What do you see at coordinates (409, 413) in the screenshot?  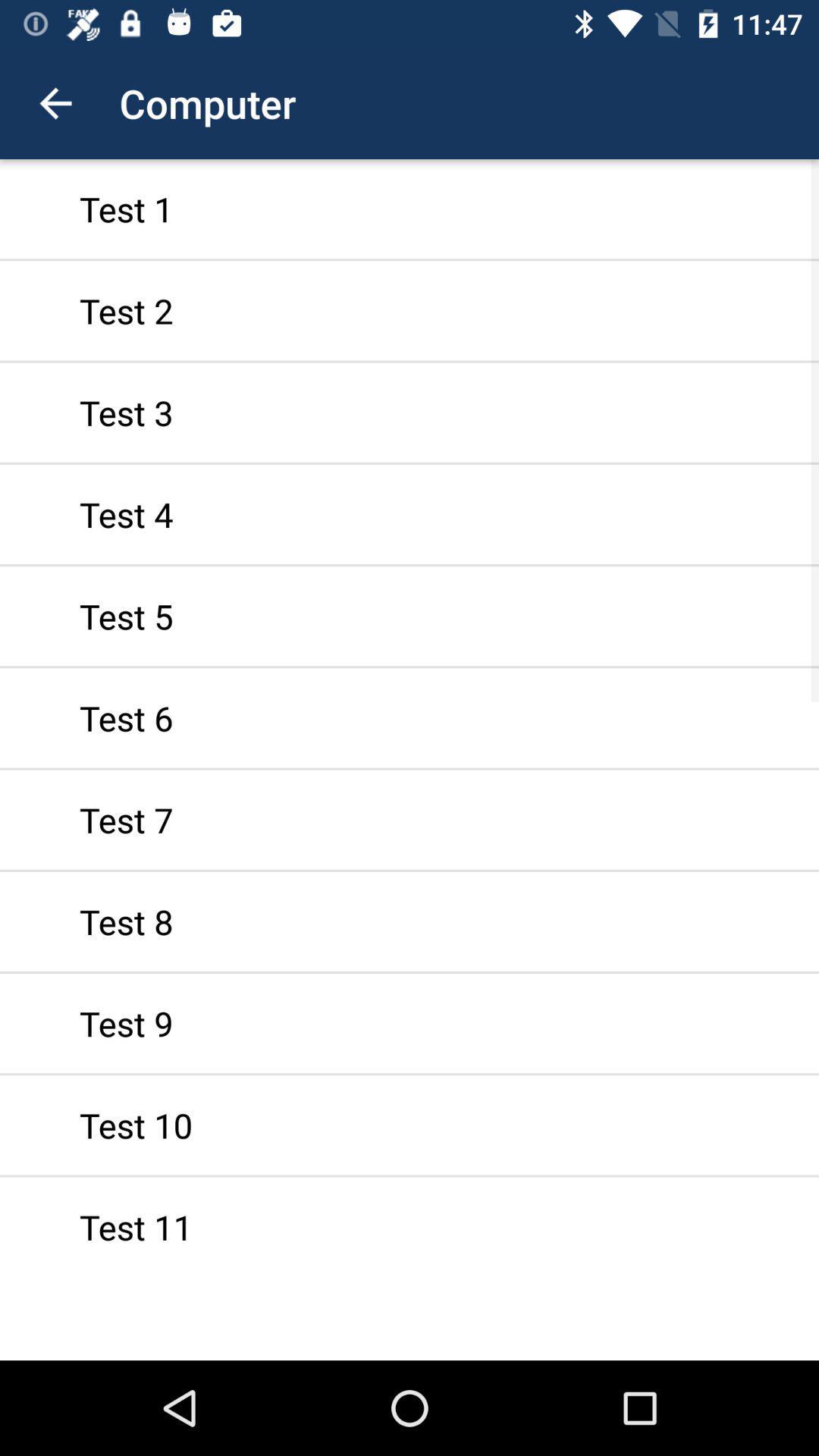 I see `test 3 icon` at bounding box center [409, 413].